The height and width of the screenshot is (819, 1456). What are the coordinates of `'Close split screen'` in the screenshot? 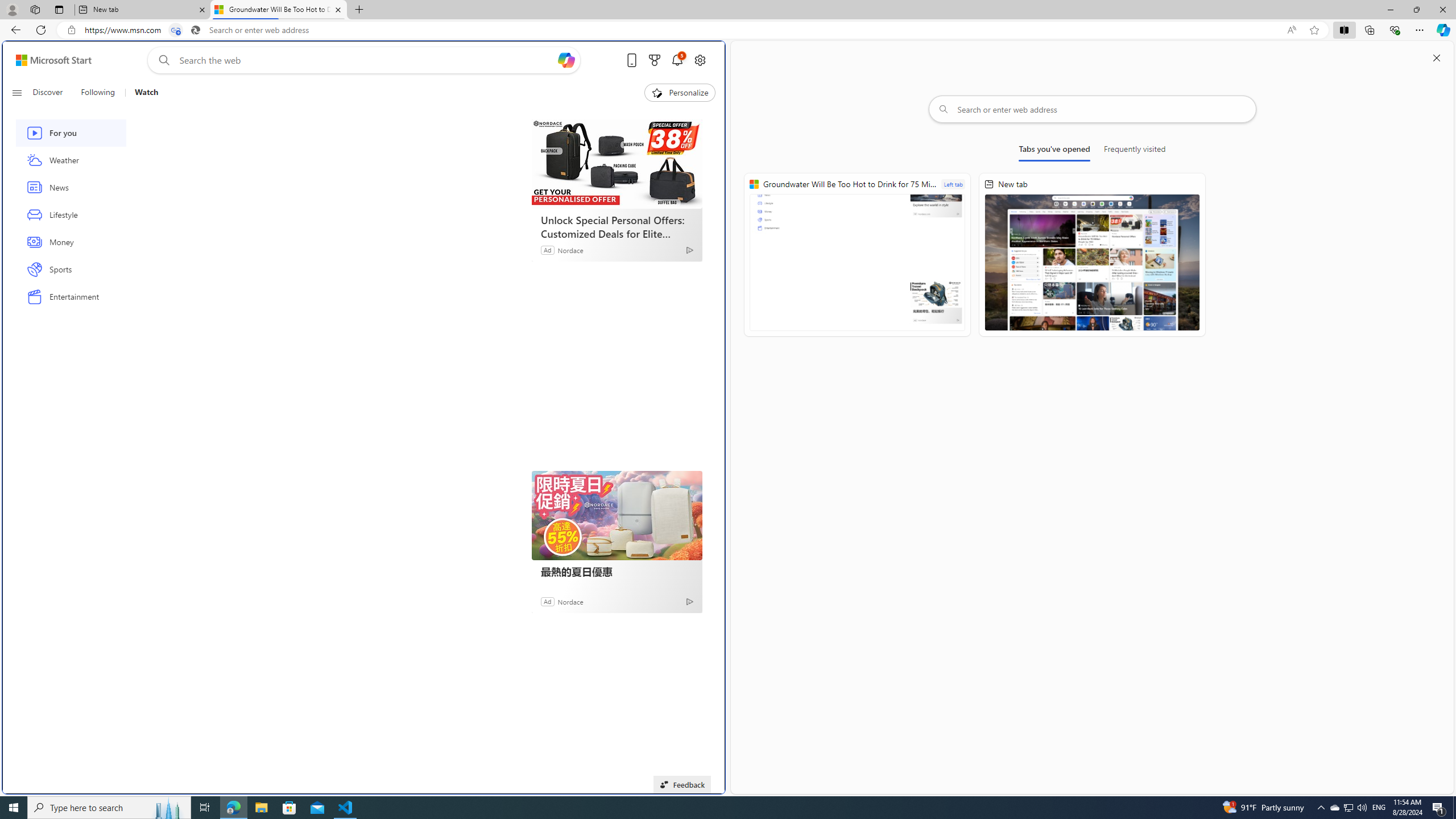 It's located at (1437, 57).